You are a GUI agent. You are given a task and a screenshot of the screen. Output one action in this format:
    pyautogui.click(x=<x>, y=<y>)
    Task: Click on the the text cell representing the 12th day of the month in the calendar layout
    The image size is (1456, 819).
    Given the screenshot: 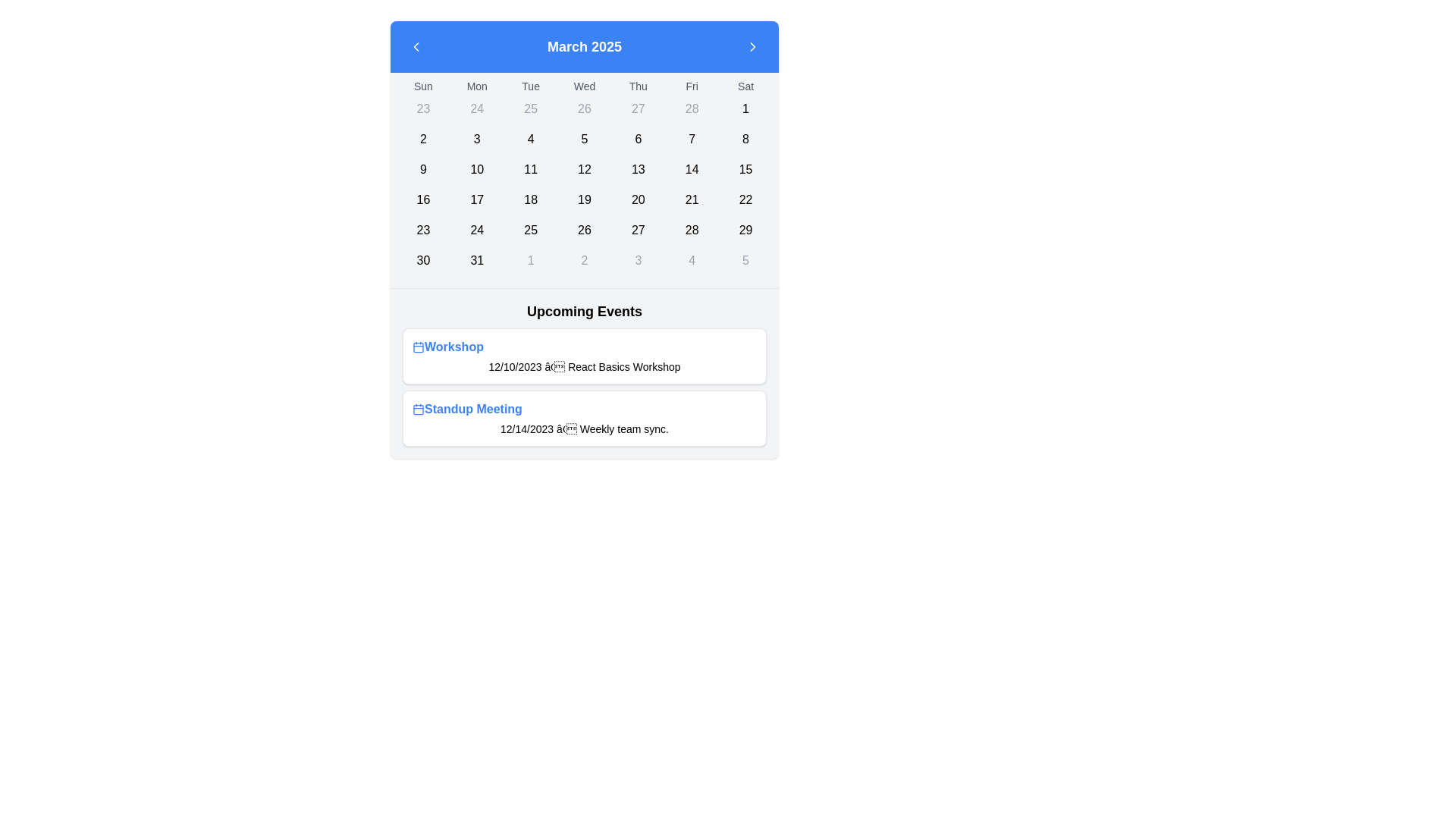 What is the action you would take?
    pyautogui.click(x=584, y=169)
    